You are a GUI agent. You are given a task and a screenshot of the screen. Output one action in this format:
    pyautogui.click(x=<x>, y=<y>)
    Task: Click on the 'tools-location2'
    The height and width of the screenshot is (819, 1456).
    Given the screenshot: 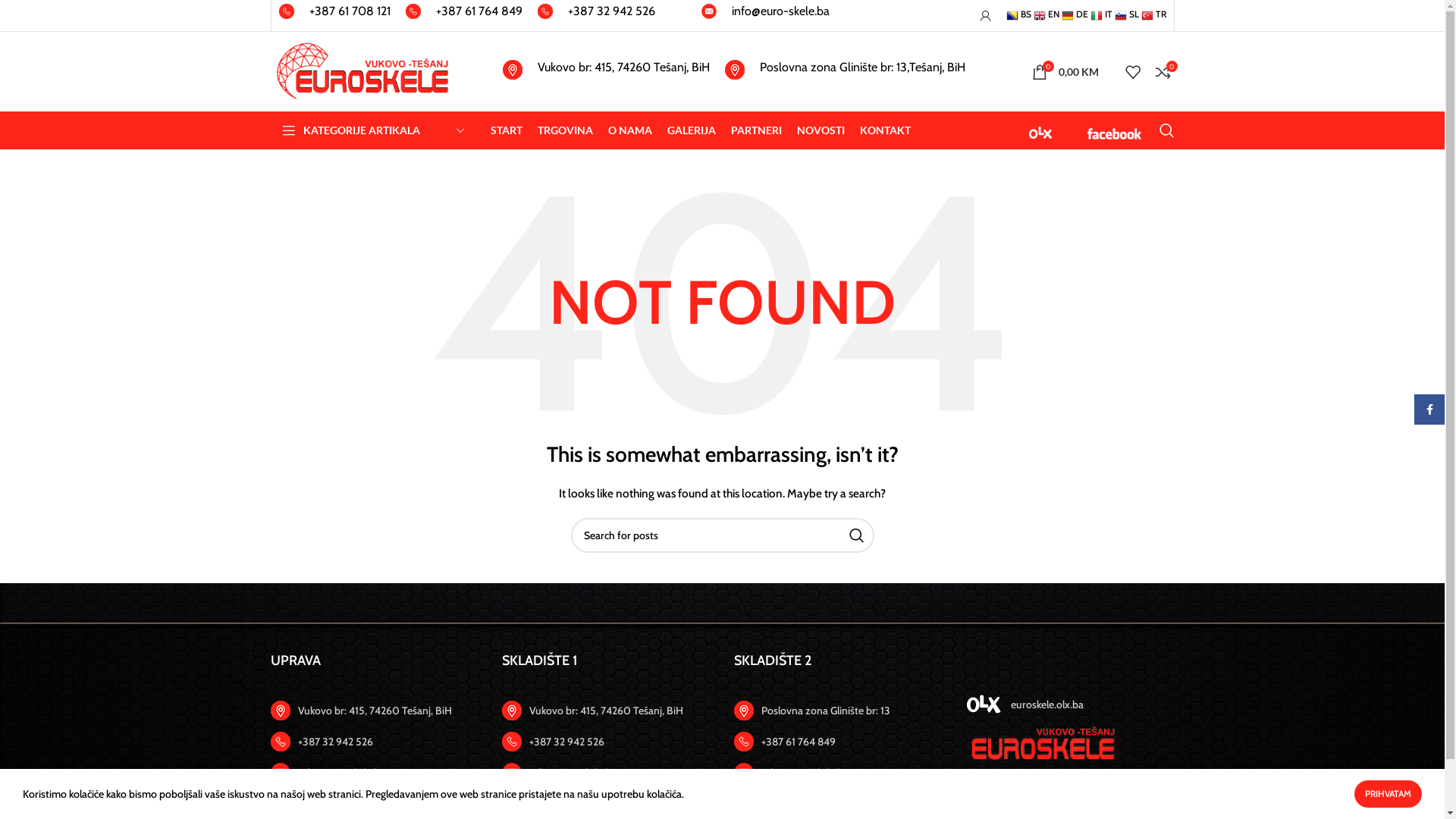 What is the action you would take?
    pyautogui.click(x=512, y=711)
    